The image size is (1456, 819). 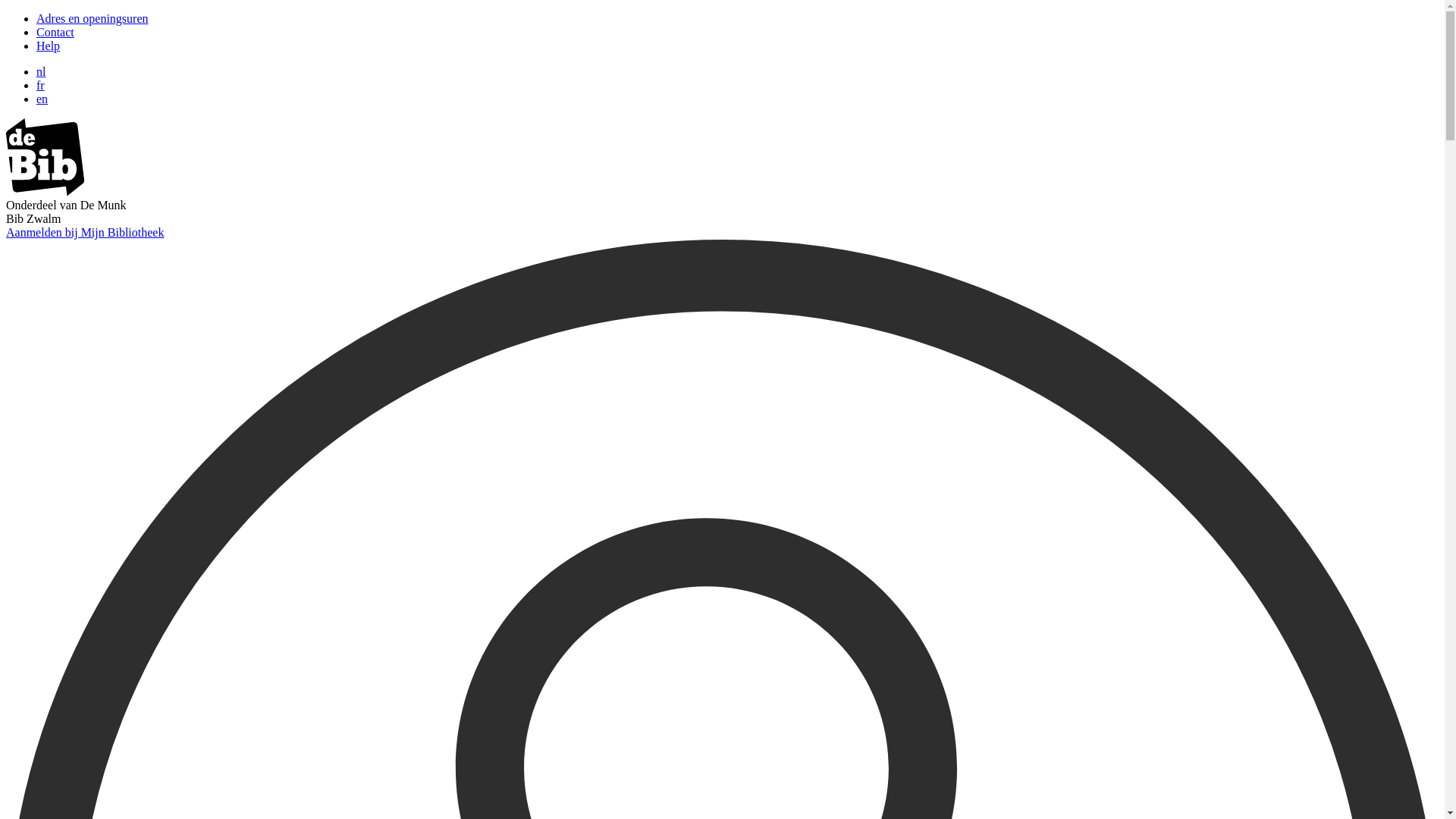 What do you see at coordinates (48, 45) in the screenshot?
I see `'Help'` at bounding box center [48, 45].